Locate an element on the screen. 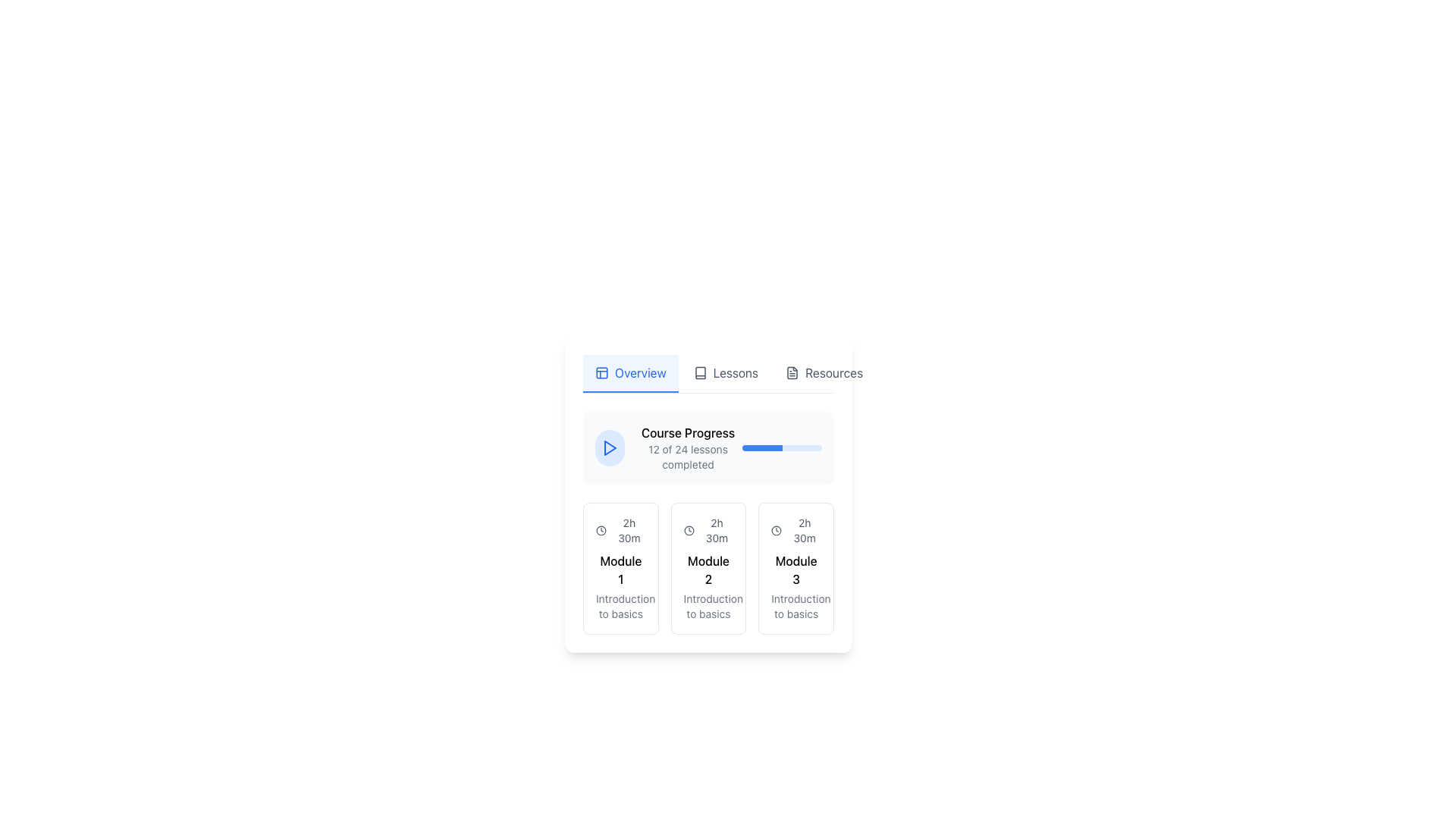 The height and width of the screenshot is (819, 1456). the grid layout icon with a blue border located in the 'Overview' tab, to the left of the 'Overview' text label is located at coordinates (601, 373).